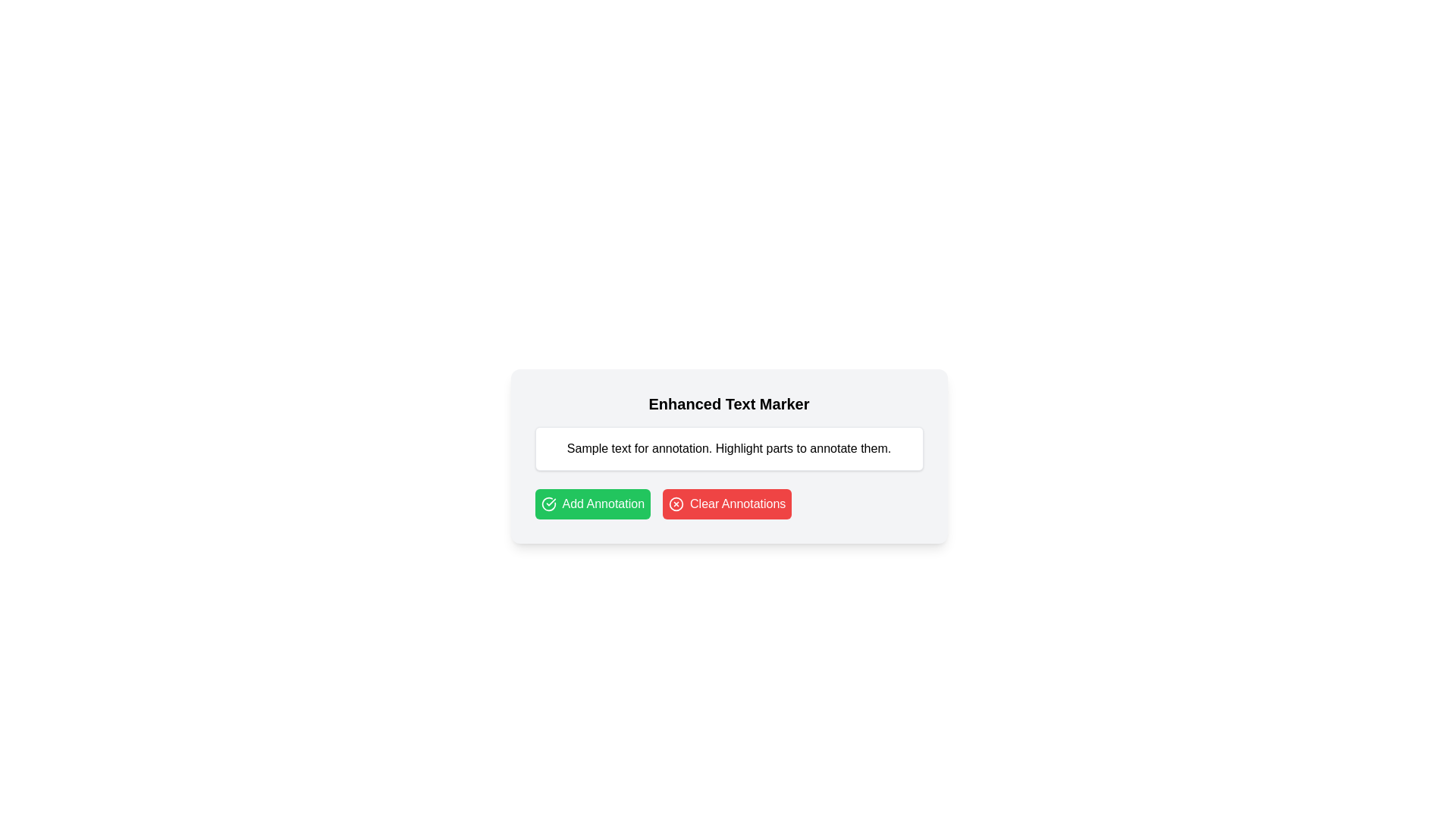 The height and width of the screenshot is (819, 1456). I want to click on the letter 'm' which is displayed in black color as part of a text string within a text box, positioned near the end of the string following 'them.', so click(883, 447).